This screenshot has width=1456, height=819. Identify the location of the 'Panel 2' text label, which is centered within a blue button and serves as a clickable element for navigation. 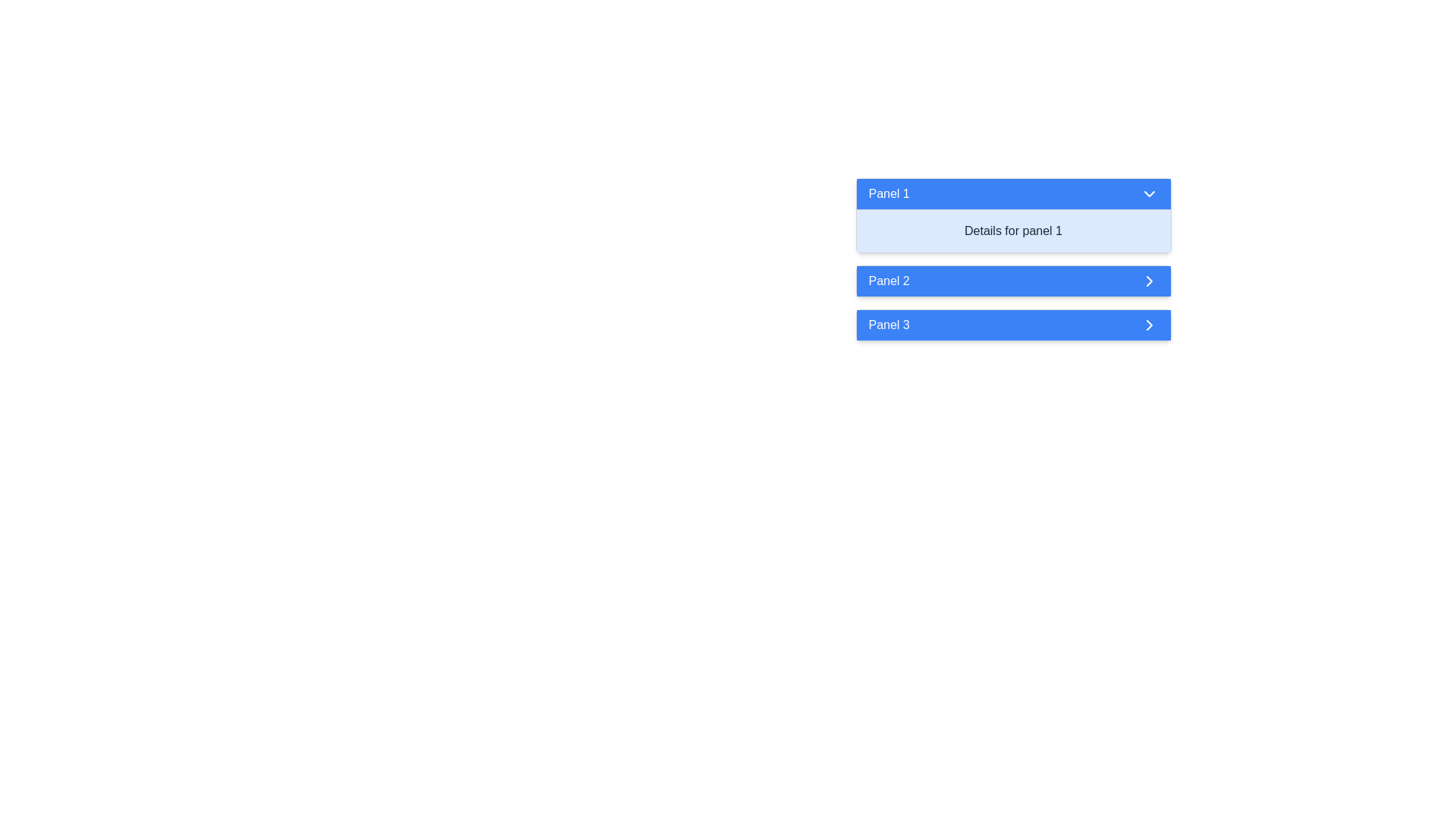
(889, 281).